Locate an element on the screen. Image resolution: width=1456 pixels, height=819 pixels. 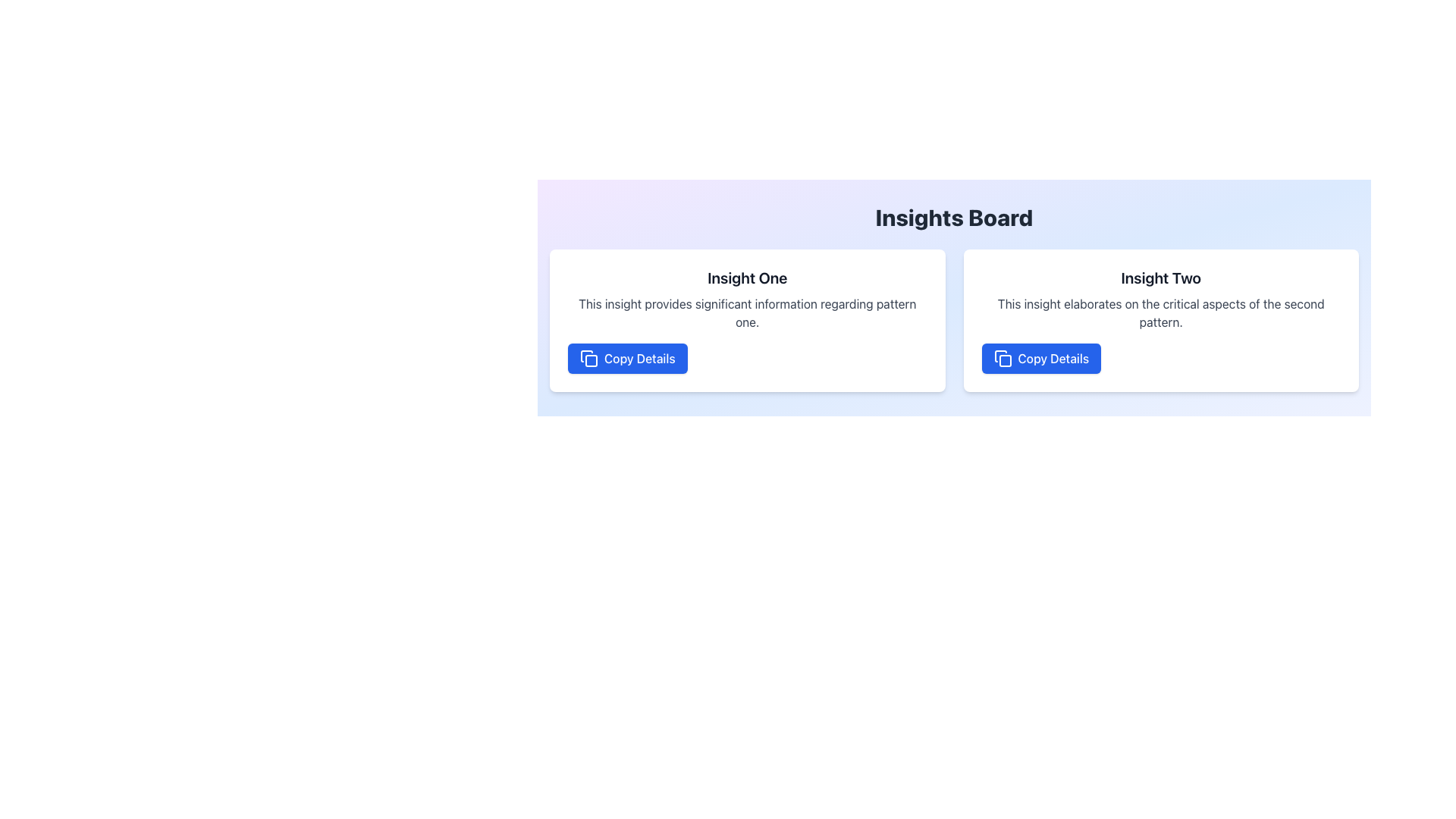
the centered header with the text 'Insights Board' in bold, extra-large font, located at the top of the section above the grid of insights is located at coordinates (953, 217).